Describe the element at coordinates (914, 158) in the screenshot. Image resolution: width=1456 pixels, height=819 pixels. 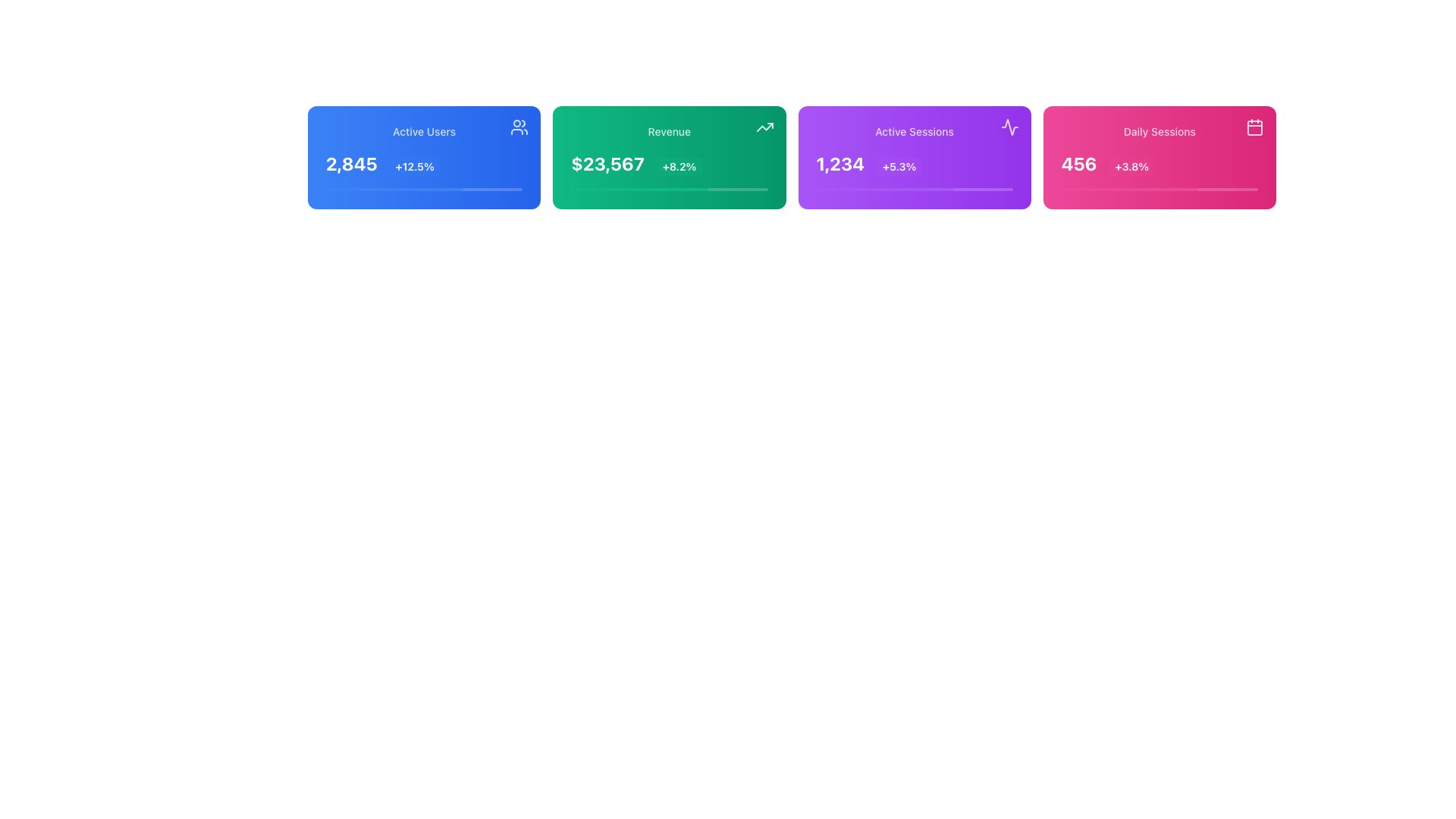
I see `the textual display element showing the active sessions with the bold value '1,234' and the percentage change '+5.3%'` at that location.